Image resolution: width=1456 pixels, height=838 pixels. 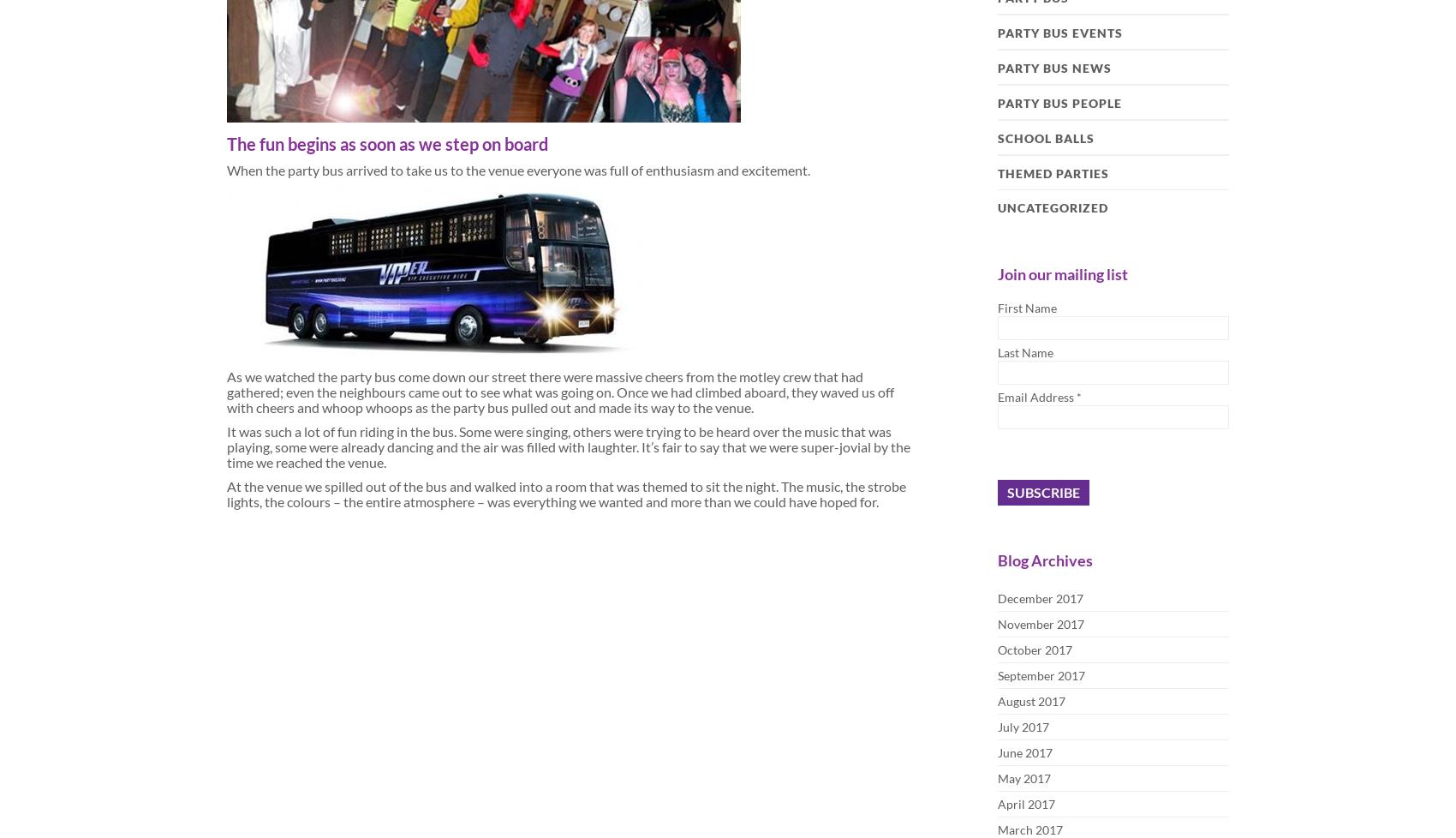 I want to click on 'School Balls', so click(x=1045, y=138).